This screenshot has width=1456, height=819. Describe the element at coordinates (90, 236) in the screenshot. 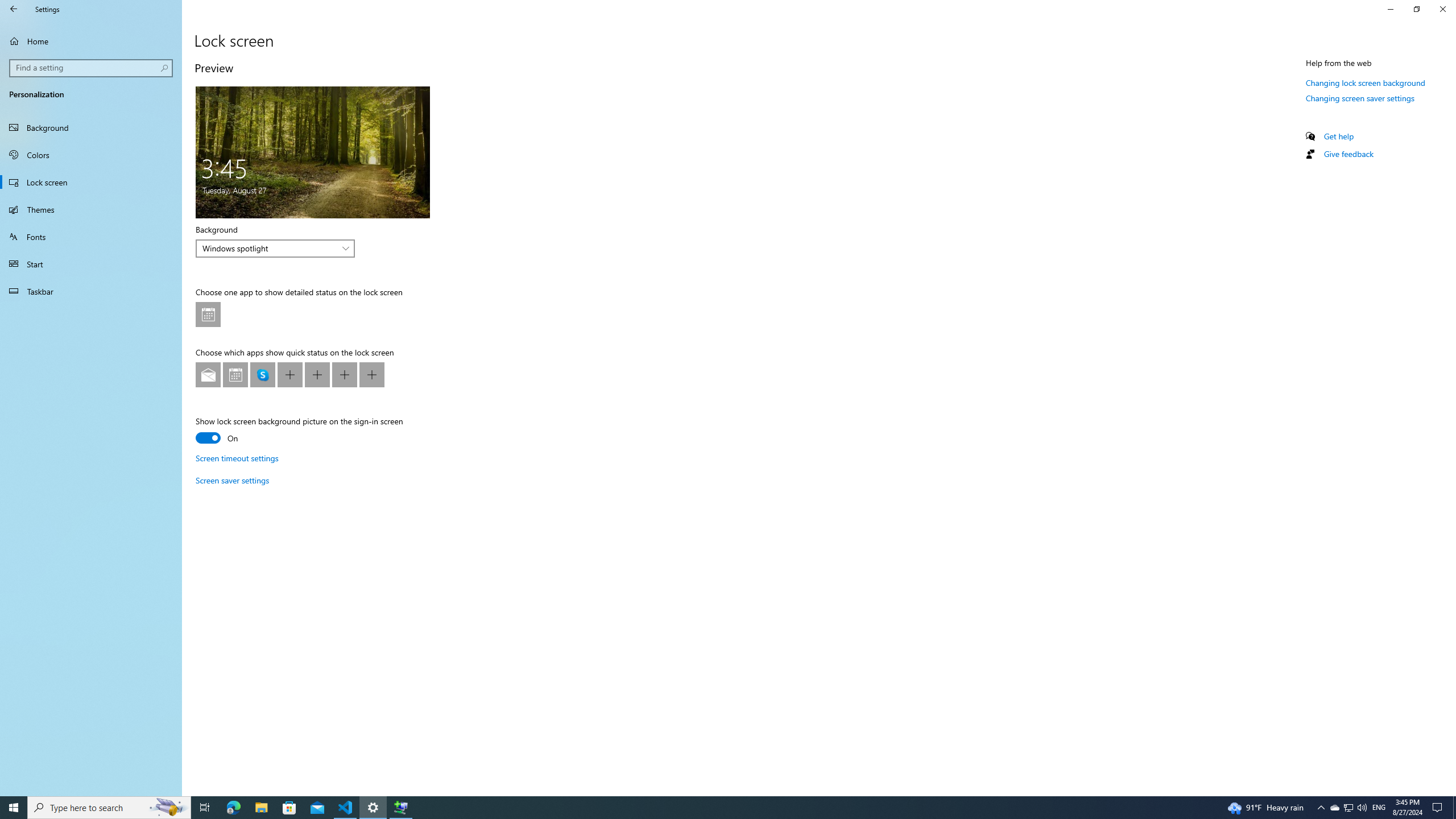

I see `'Fonts'` at that location.